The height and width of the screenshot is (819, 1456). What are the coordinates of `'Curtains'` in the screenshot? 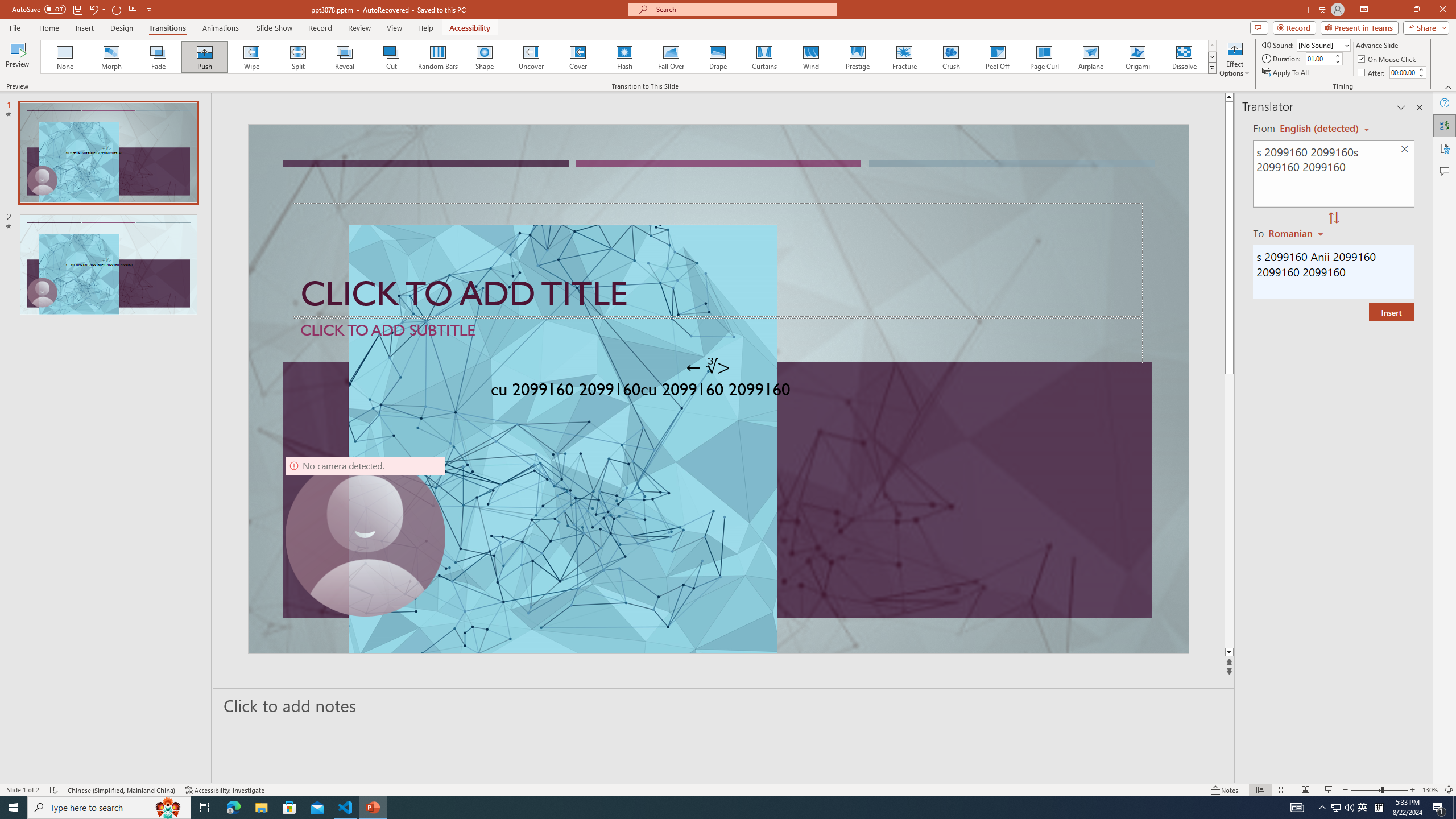 It's located at (764, 56).